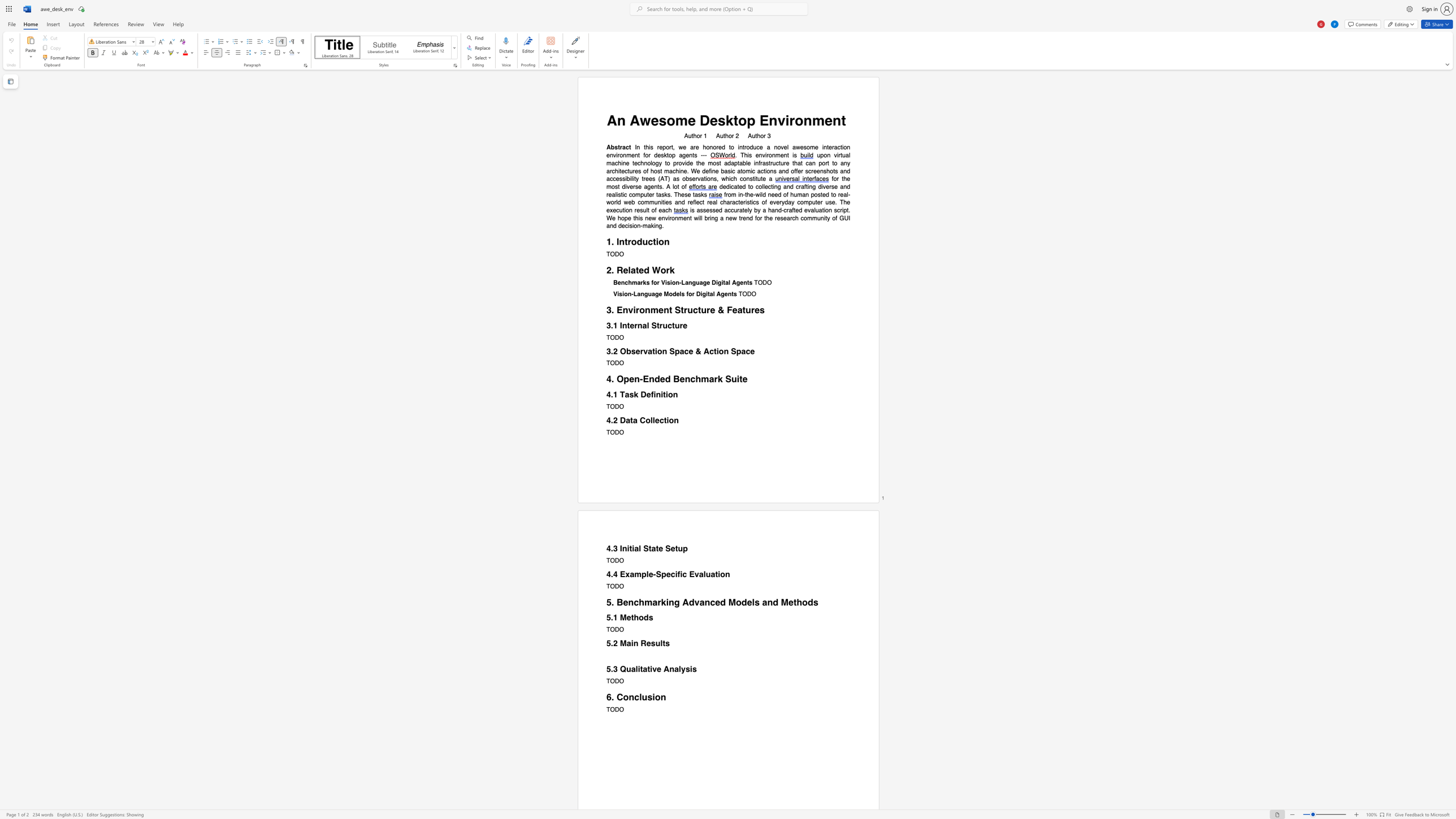 The height and width of the screenshot is (819, 1456). I want to click on the subset text "GUI and decision-maki" within the text "will bring a new trend for the research community of GUI and decision-making.", so click(839, 218).